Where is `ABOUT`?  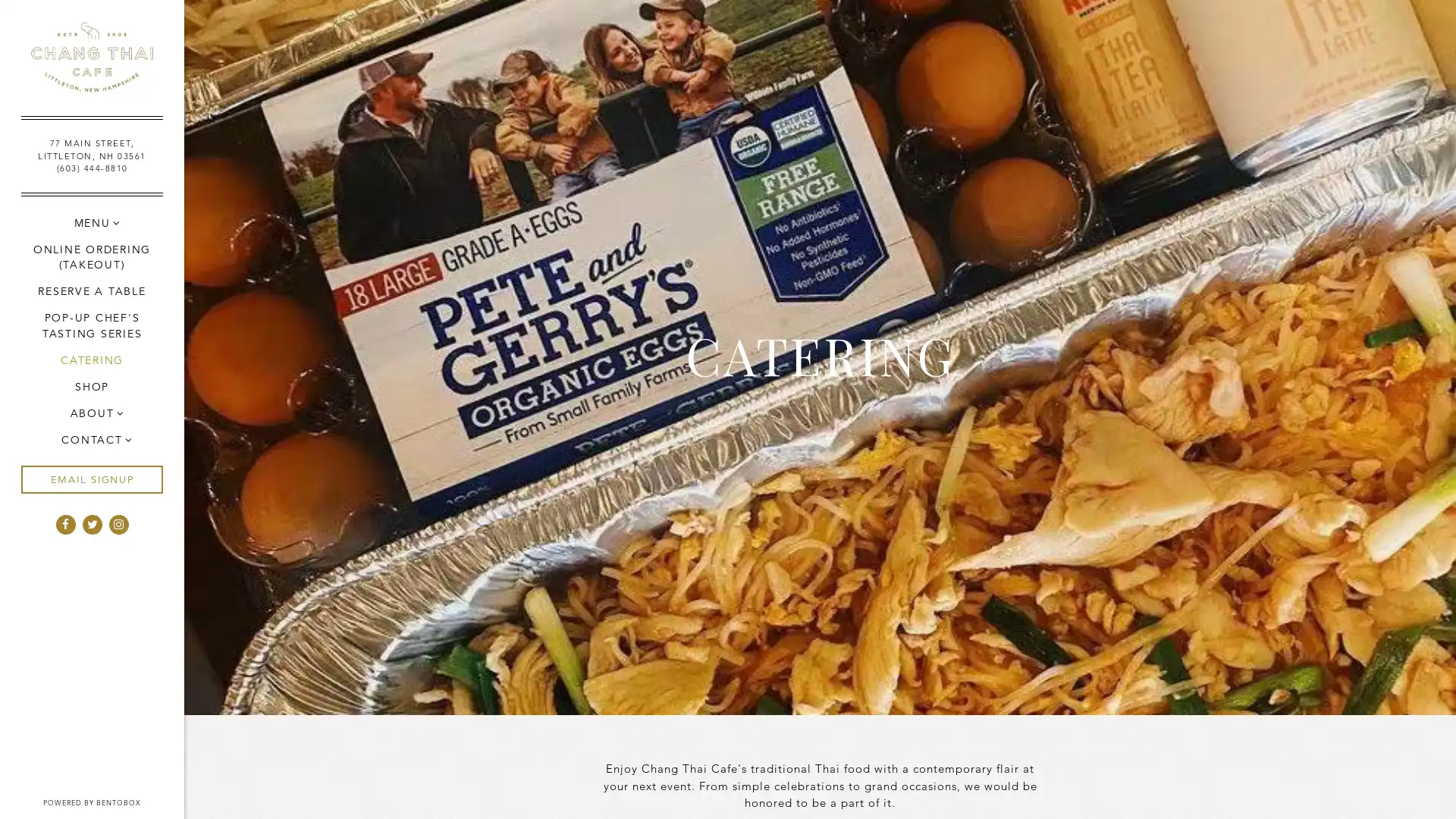 ABOUT is located at coordinates (90, 413).